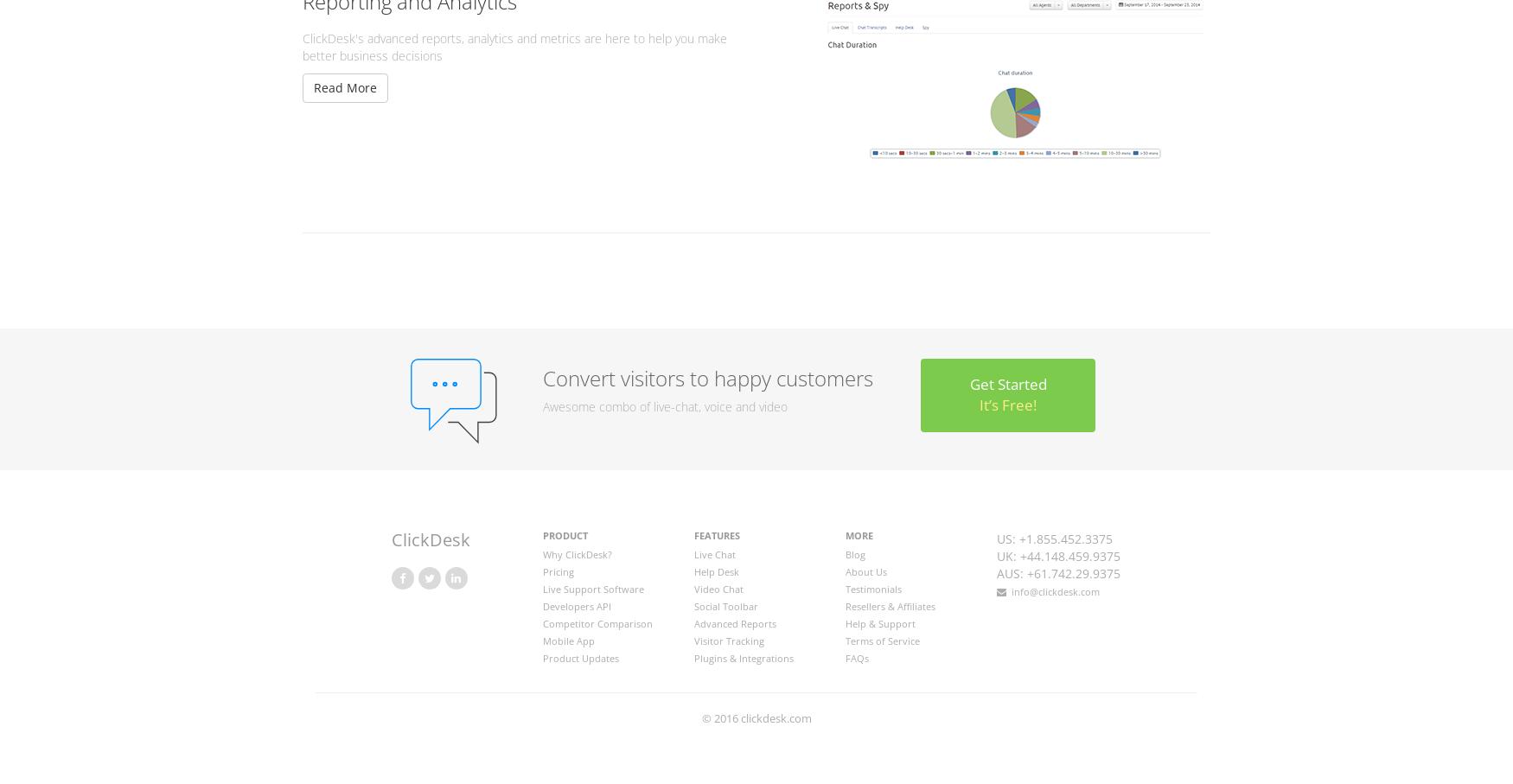 Image resolution: width=1513 pixels, height=784 pixels. I want to click on 'Live Chat', so click(714, 553).